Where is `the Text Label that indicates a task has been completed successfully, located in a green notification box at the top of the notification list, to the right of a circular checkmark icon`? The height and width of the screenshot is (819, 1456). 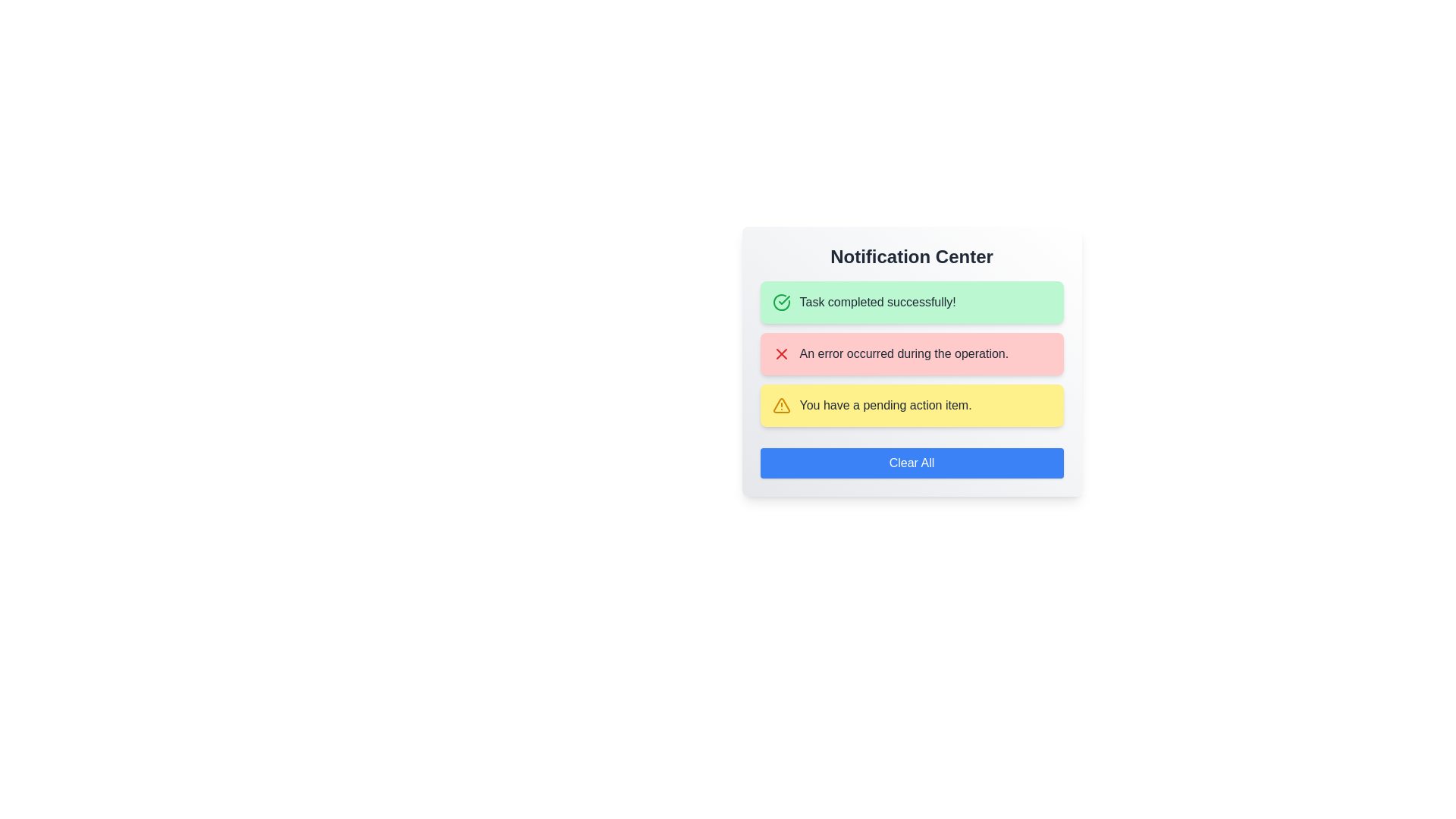
the Text Label that indicates a task has been completed successfully, located in a green notification box at the top of the notification list, to the right of a circular checkmark icon is located at coordinates (877, 302).